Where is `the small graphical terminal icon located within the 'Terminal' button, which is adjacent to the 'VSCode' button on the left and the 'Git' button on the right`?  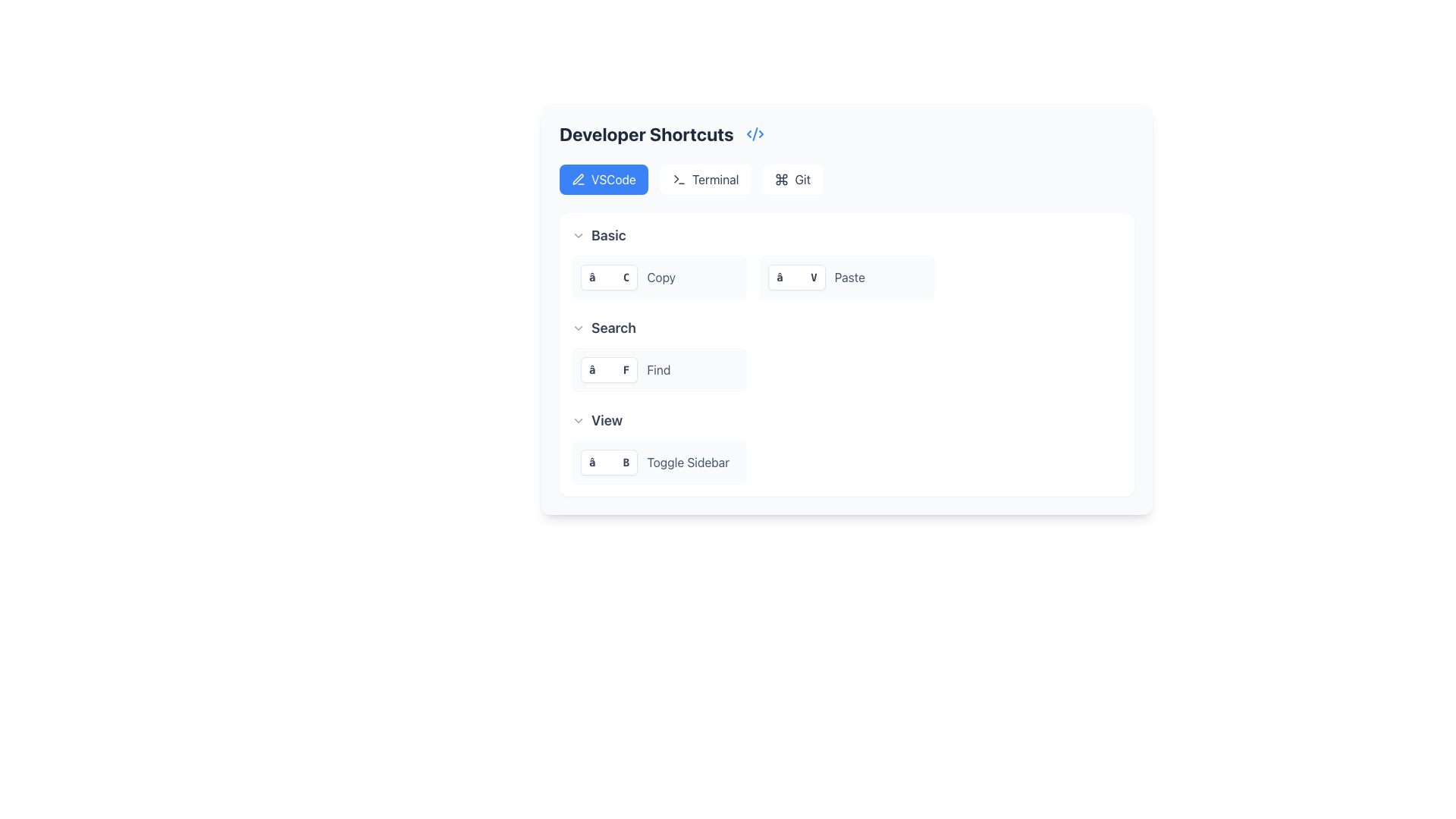
the small graphical terminal icon located within the 'Terminal' button, which is adjacent to the 'VSCode' button on the left and the 'Git' button on the right is located at coordinates (678, 178).